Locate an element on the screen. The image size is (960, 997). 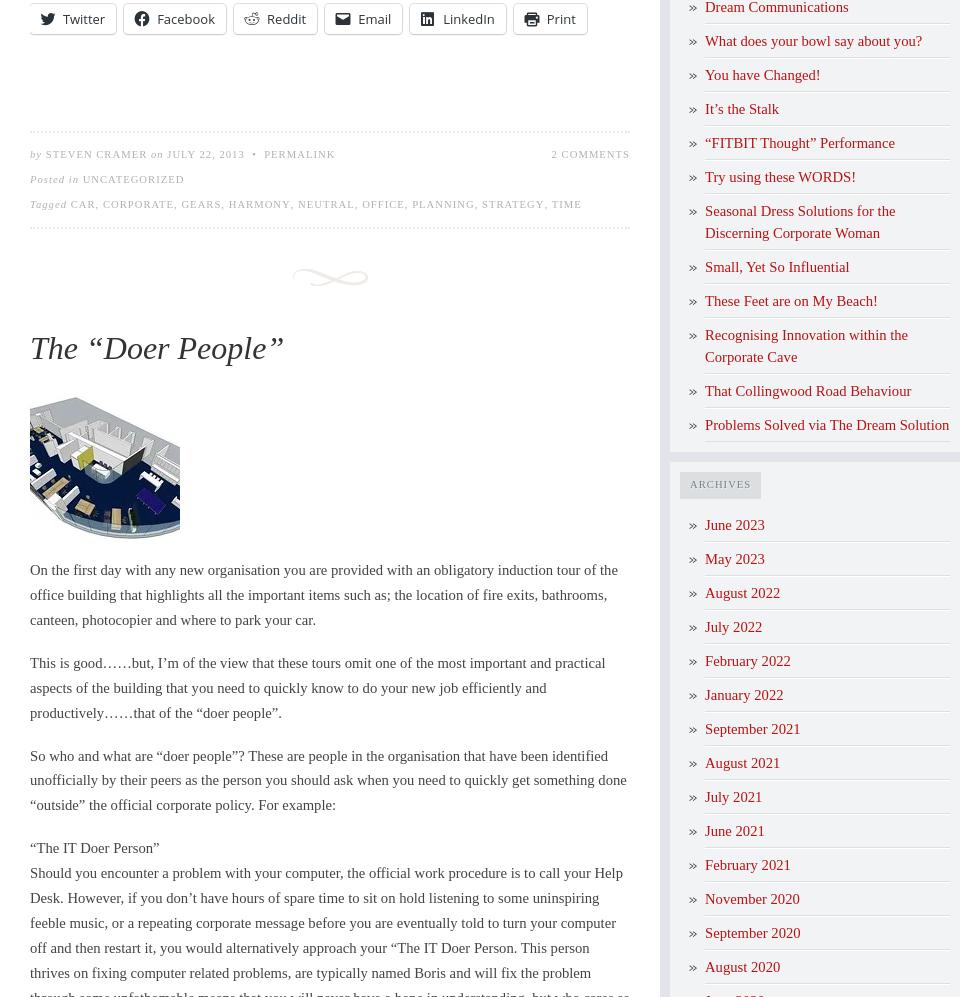
'May 2023' is located at coordinates (733, 558).